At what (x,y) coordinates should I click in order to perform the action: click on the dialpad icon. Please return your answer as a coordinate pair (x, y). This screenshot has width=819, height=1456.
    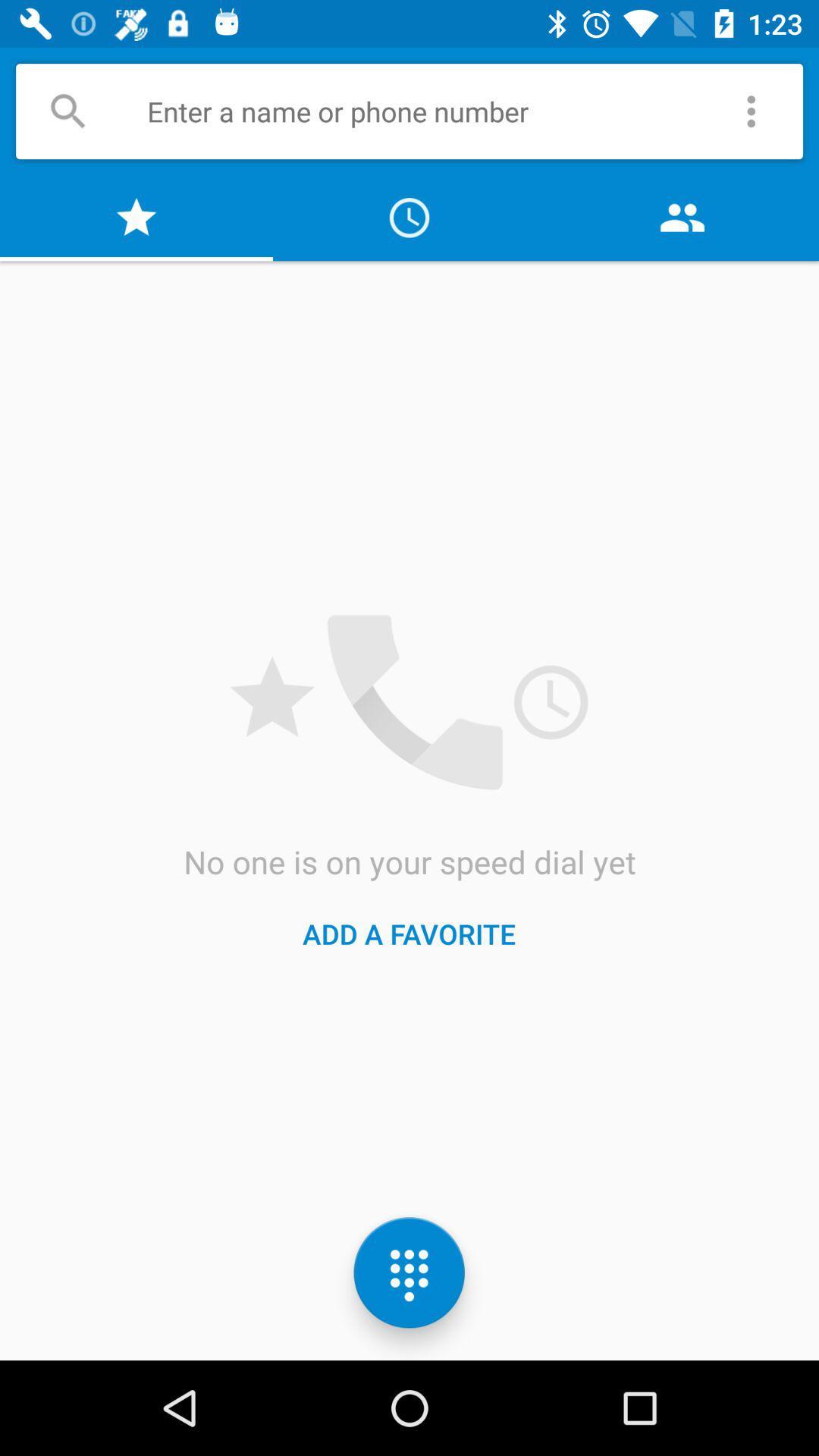
    Looking at the image, I should click on (409, 1272).